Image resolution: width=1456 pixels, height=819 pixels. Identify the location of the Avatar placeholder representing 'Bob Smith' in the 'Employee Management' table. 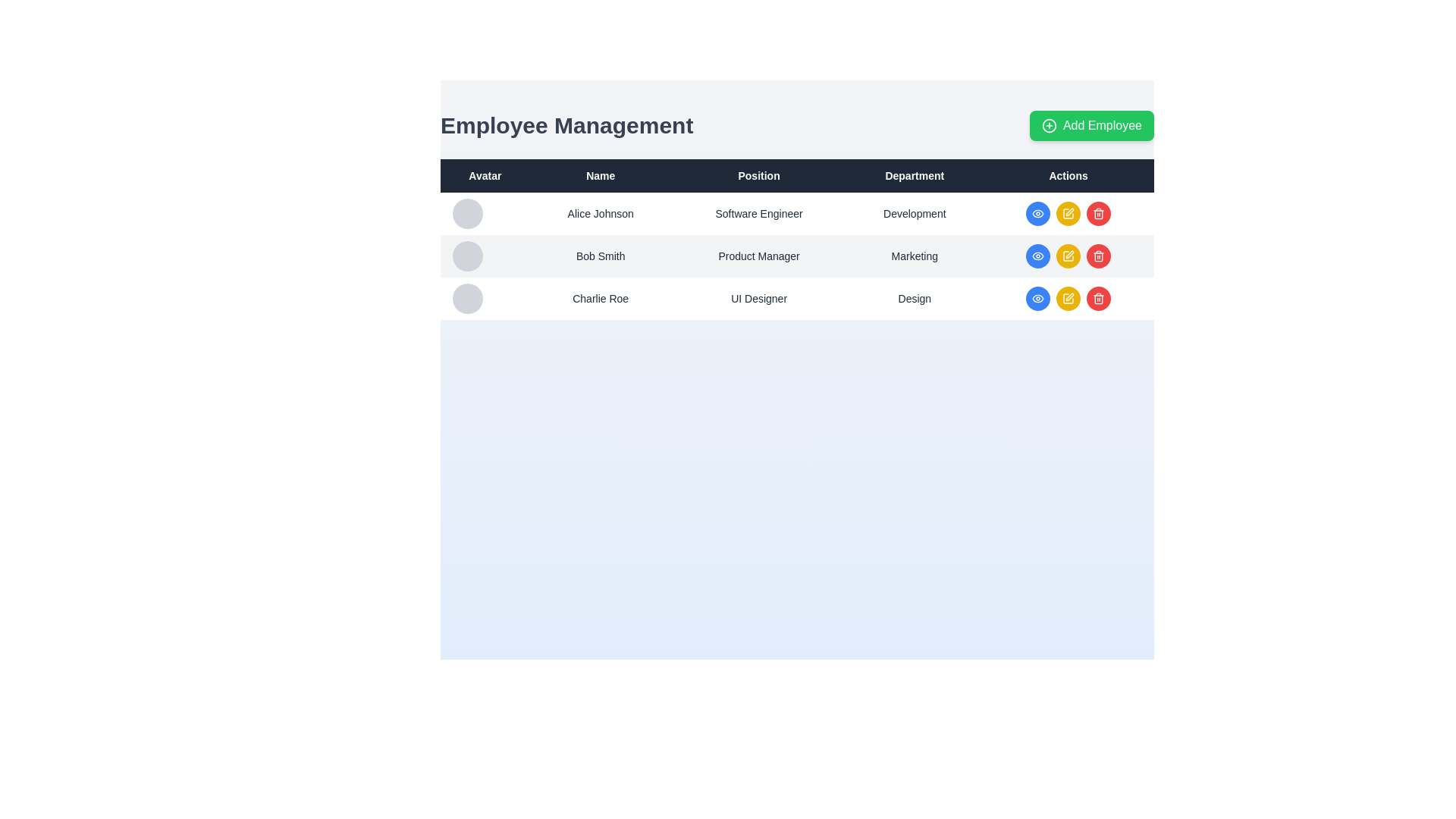
(467, 256).